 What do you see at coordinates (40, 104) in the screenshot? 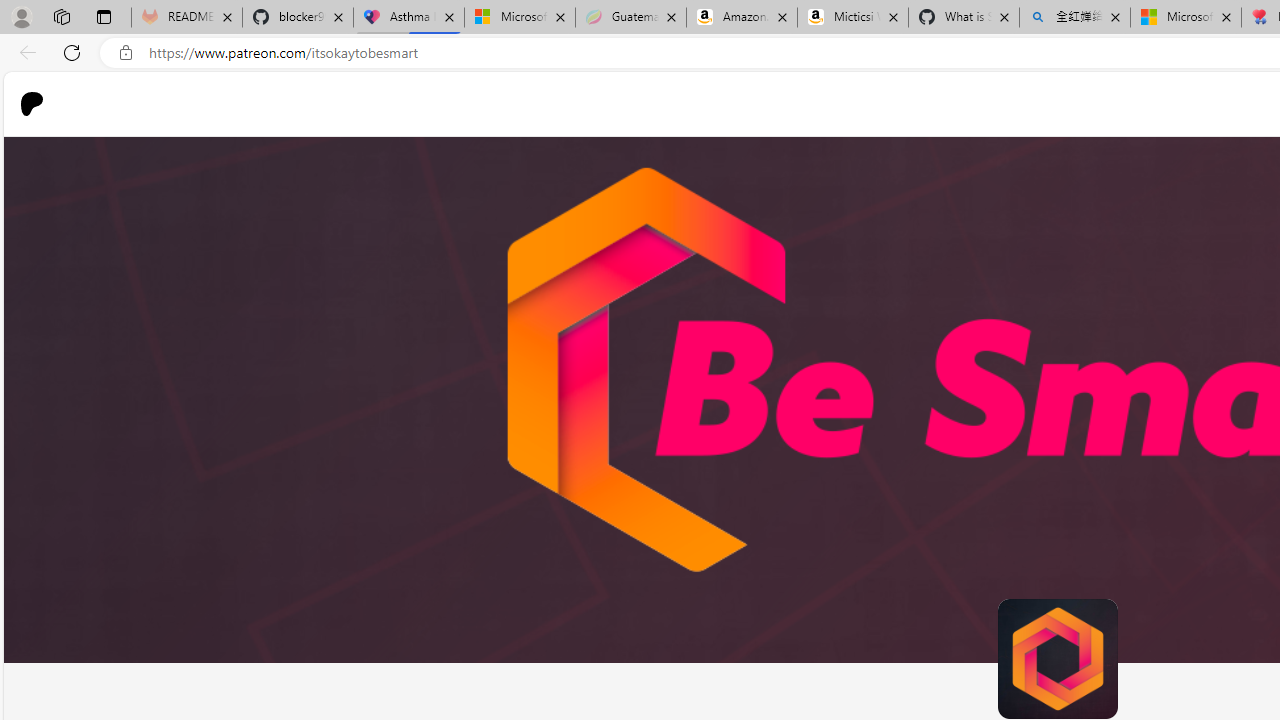
I see `'Go to home page'` at bounding box center [40, 104].